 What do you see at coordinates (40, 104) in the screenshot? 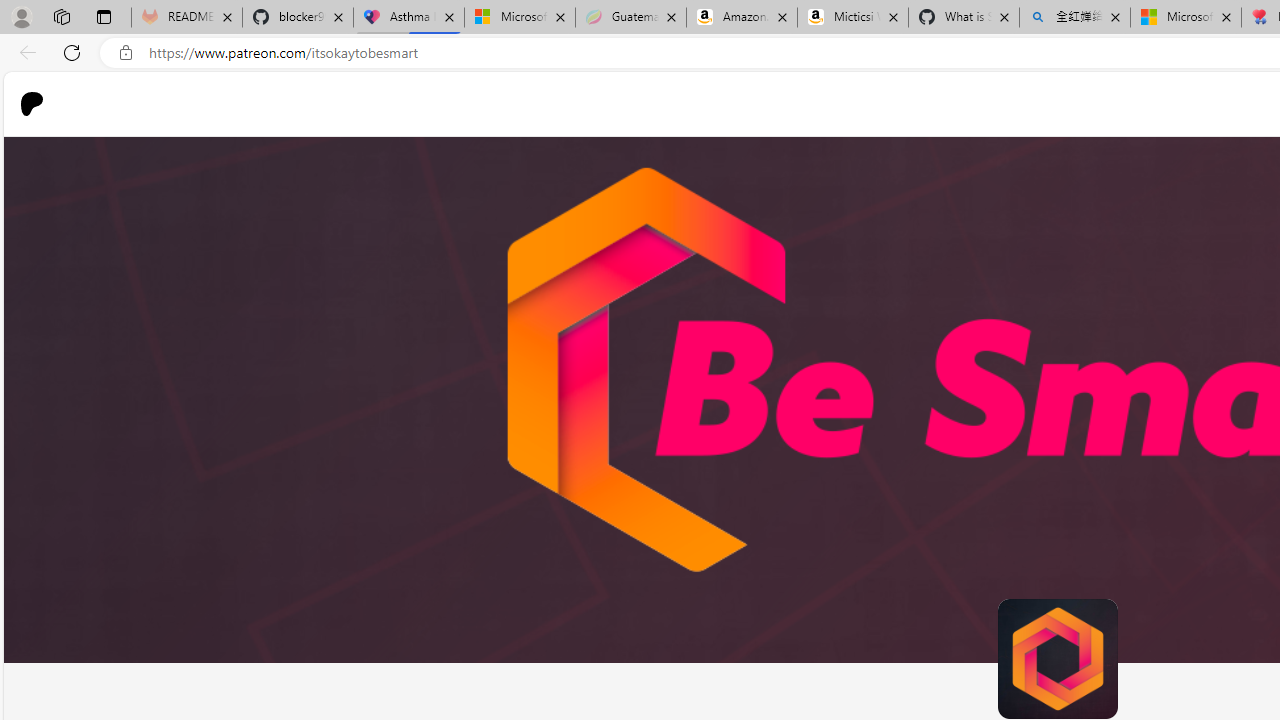
I see `'Go to home page'` at bounding box center [40, 104].